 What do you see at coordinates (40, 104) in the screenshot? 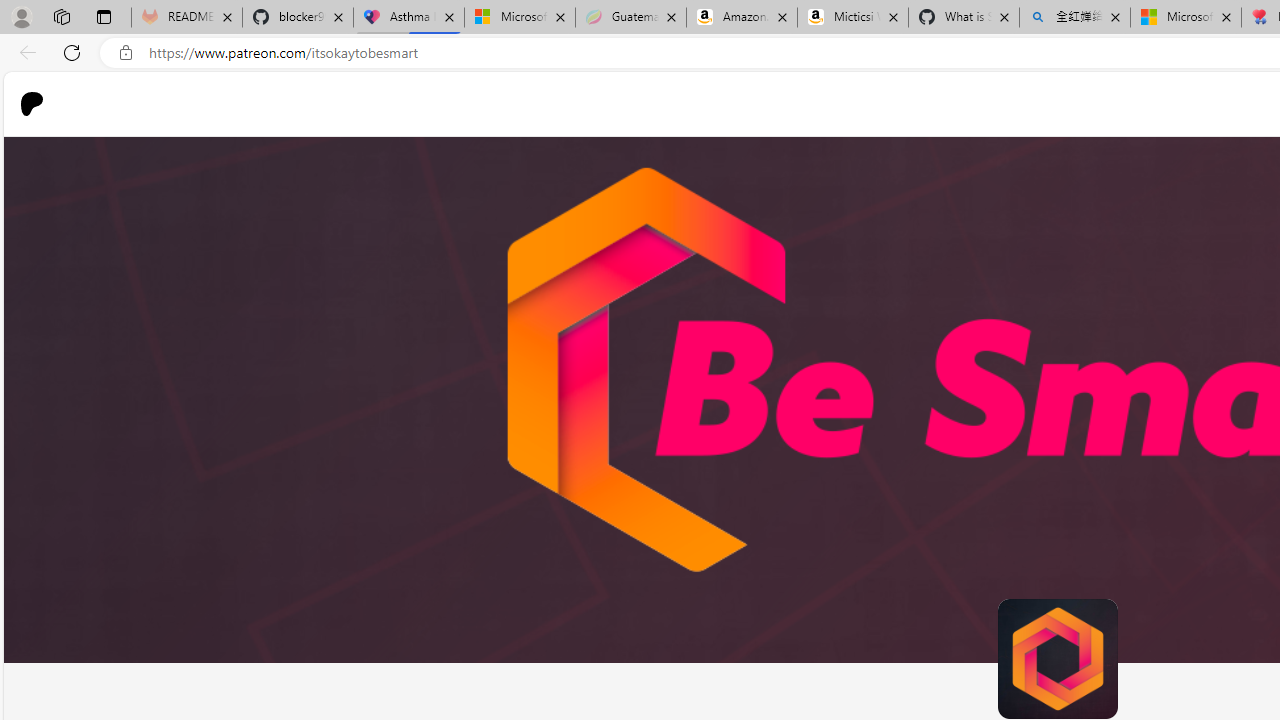
I see `'Go to home page'` at bounding box center [40, 104].